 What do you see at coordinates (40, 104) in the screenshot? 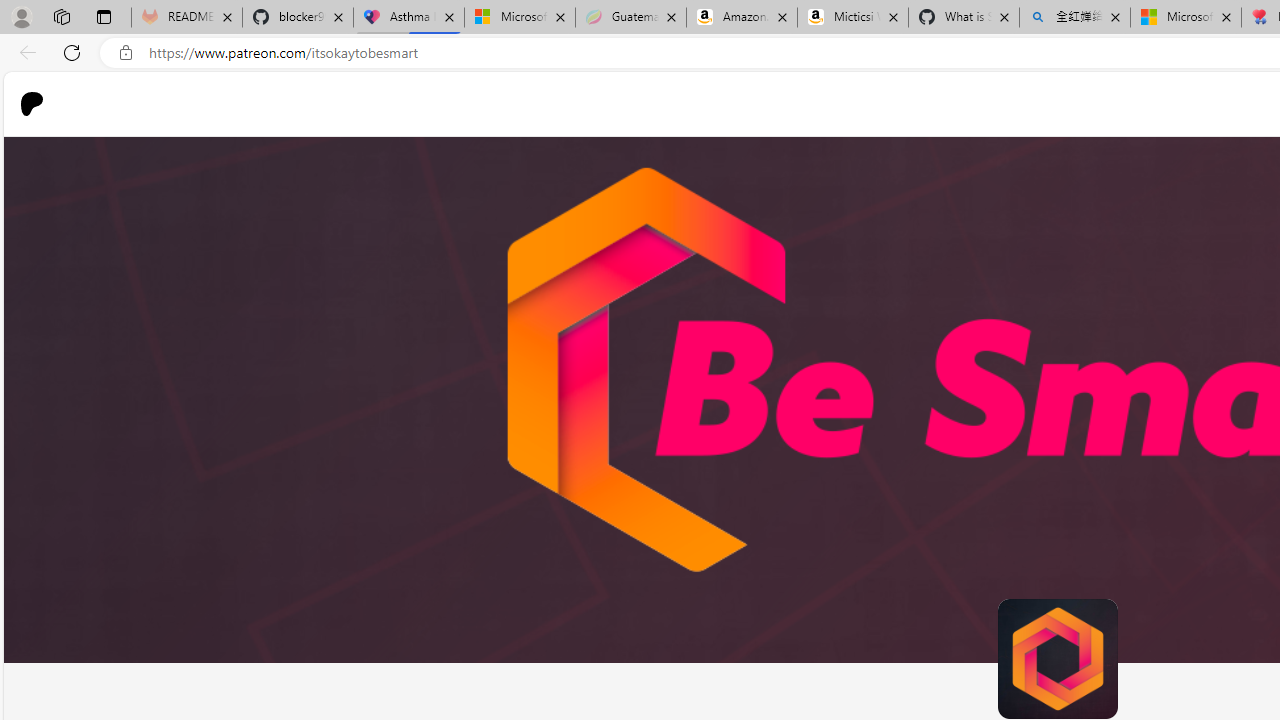
I see `'Go to home page'` at bounding box center [40, 104].